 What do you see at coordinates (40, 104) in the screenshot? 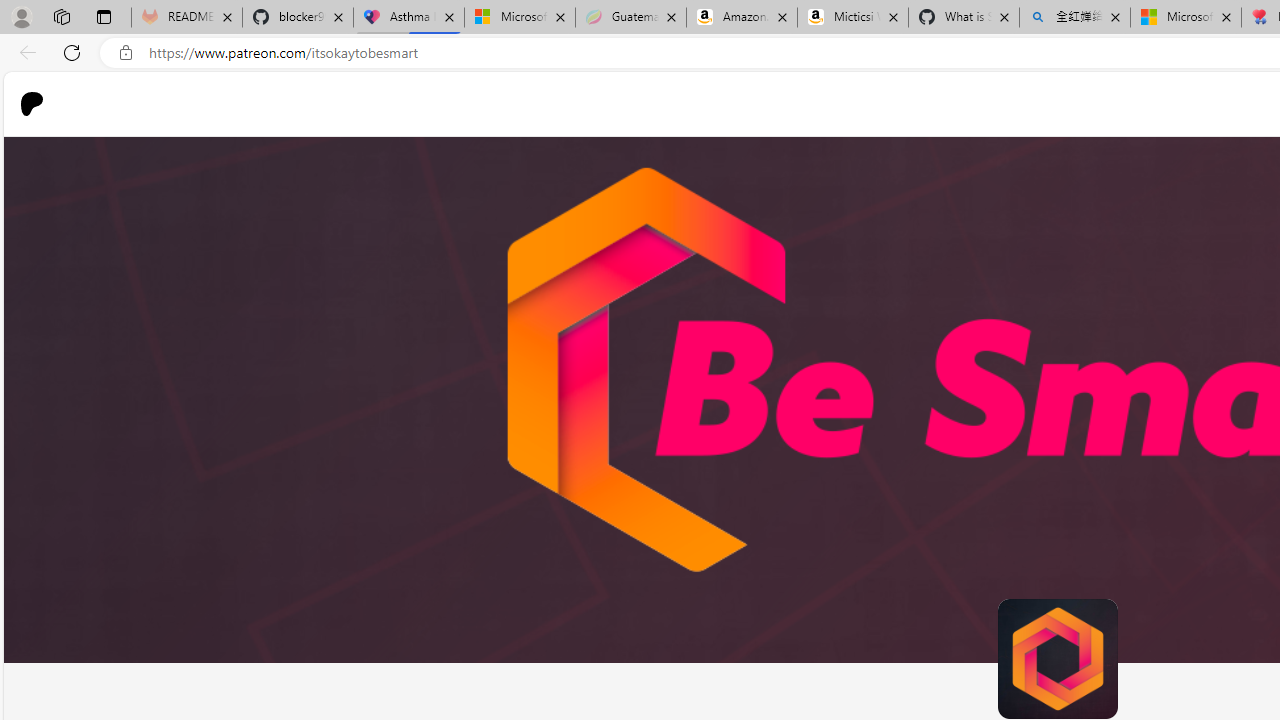
I see `'Go to home page'` at bounding box center [40, 104].